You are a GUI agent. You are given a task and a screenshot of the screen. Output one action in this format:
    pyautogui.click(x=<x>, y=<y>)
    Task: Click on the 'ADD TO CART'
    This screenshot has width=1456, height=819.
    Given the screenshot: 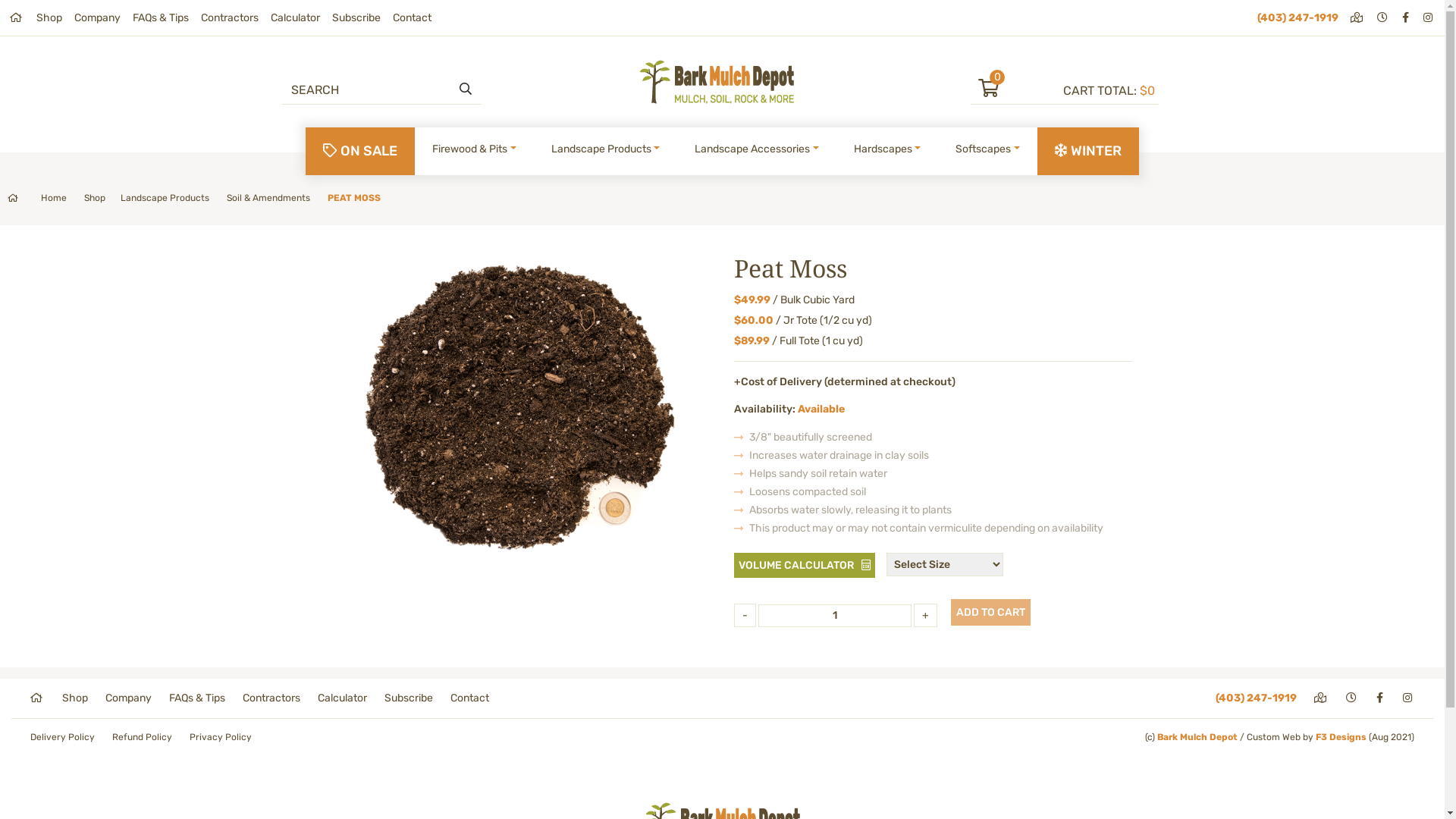 What is the action you would take?
    pyautogui.click(x=990, y=611)
    